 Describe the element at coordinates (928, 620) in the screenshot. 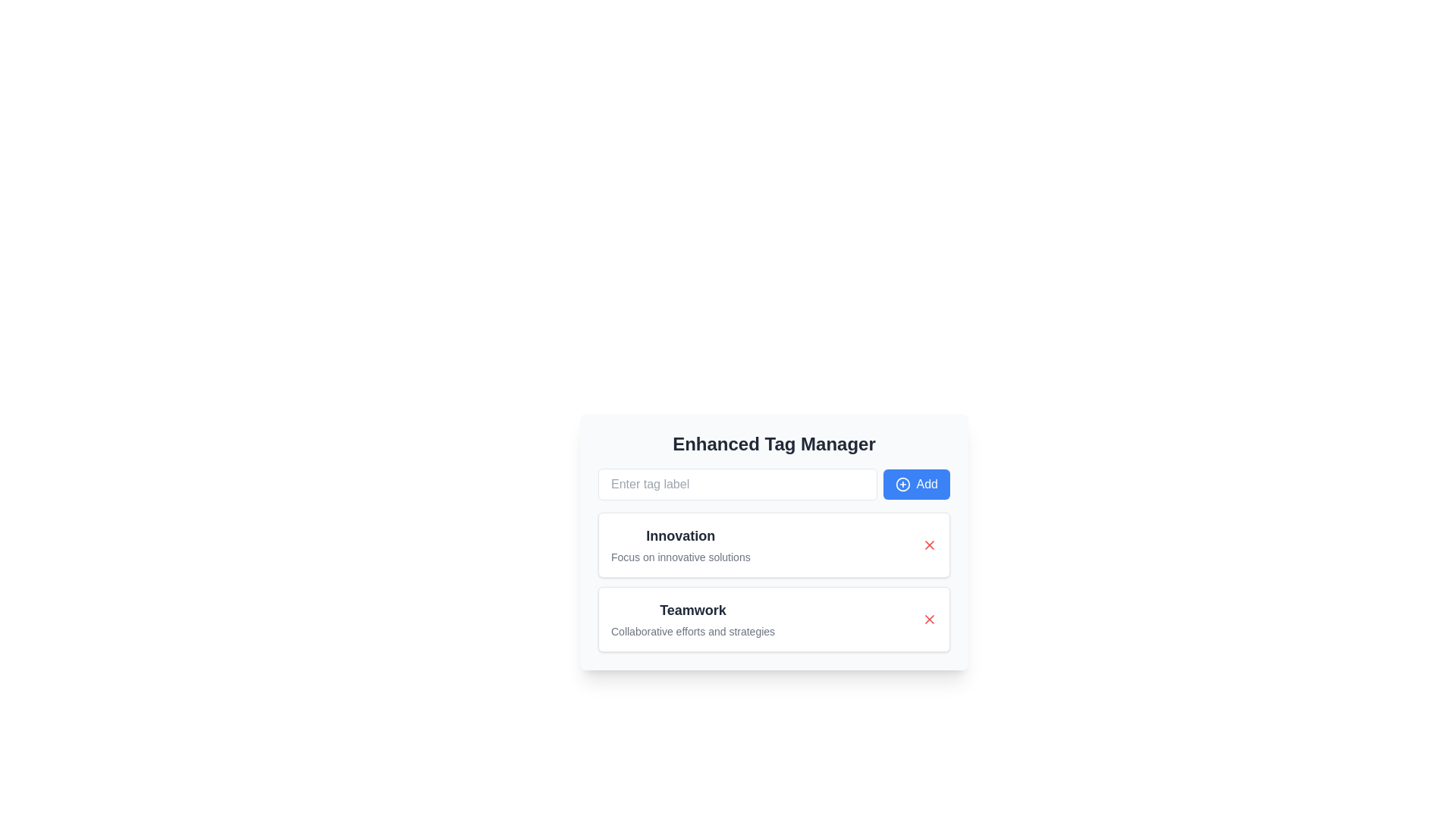

I see `the red 'X' icon button located in the top-right corner of the 'Teamwork' section` at that location.